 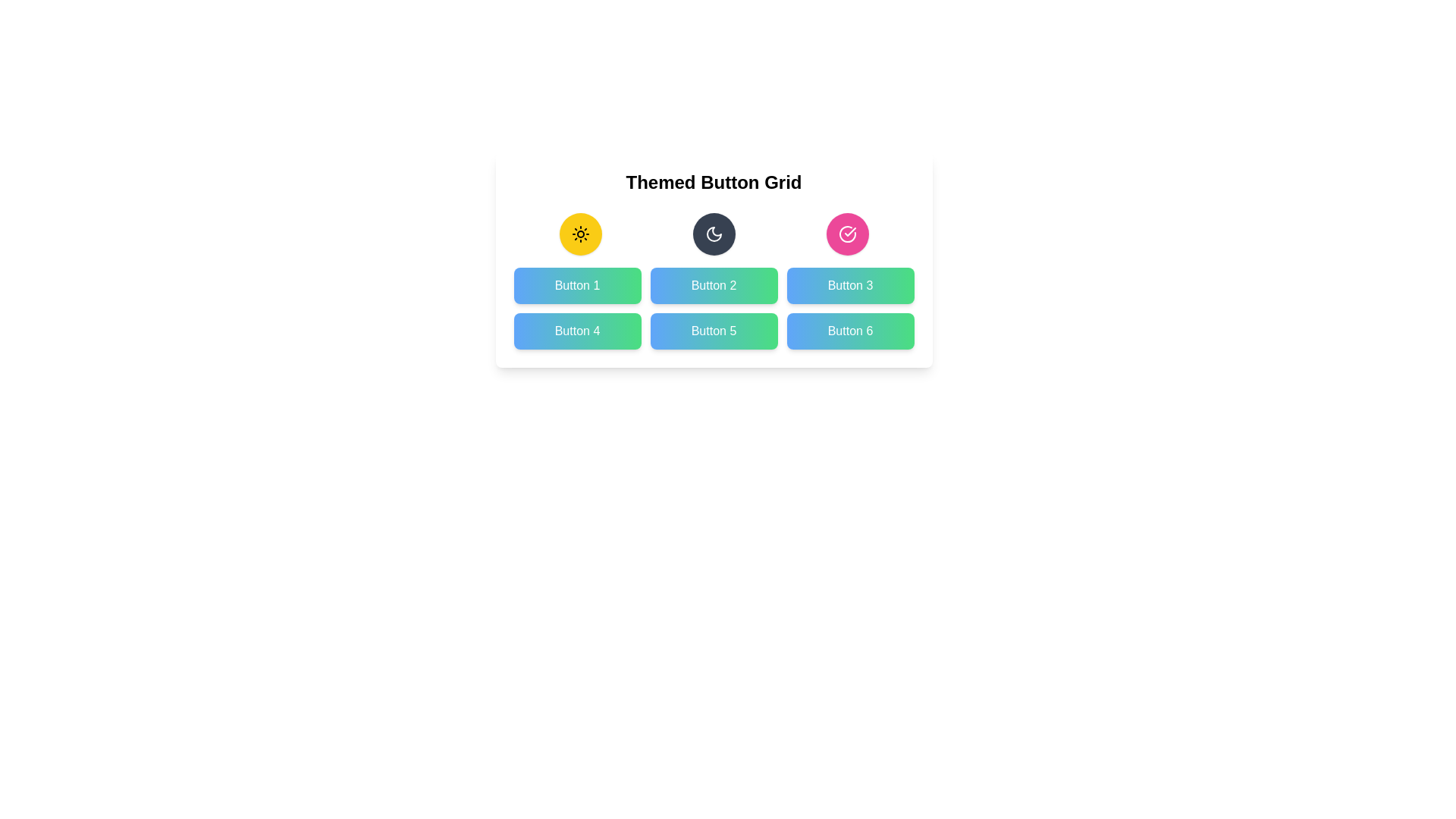 I want to click on the central button labeled 'Button 5' in the grid layout, so click(x=713, y=308).